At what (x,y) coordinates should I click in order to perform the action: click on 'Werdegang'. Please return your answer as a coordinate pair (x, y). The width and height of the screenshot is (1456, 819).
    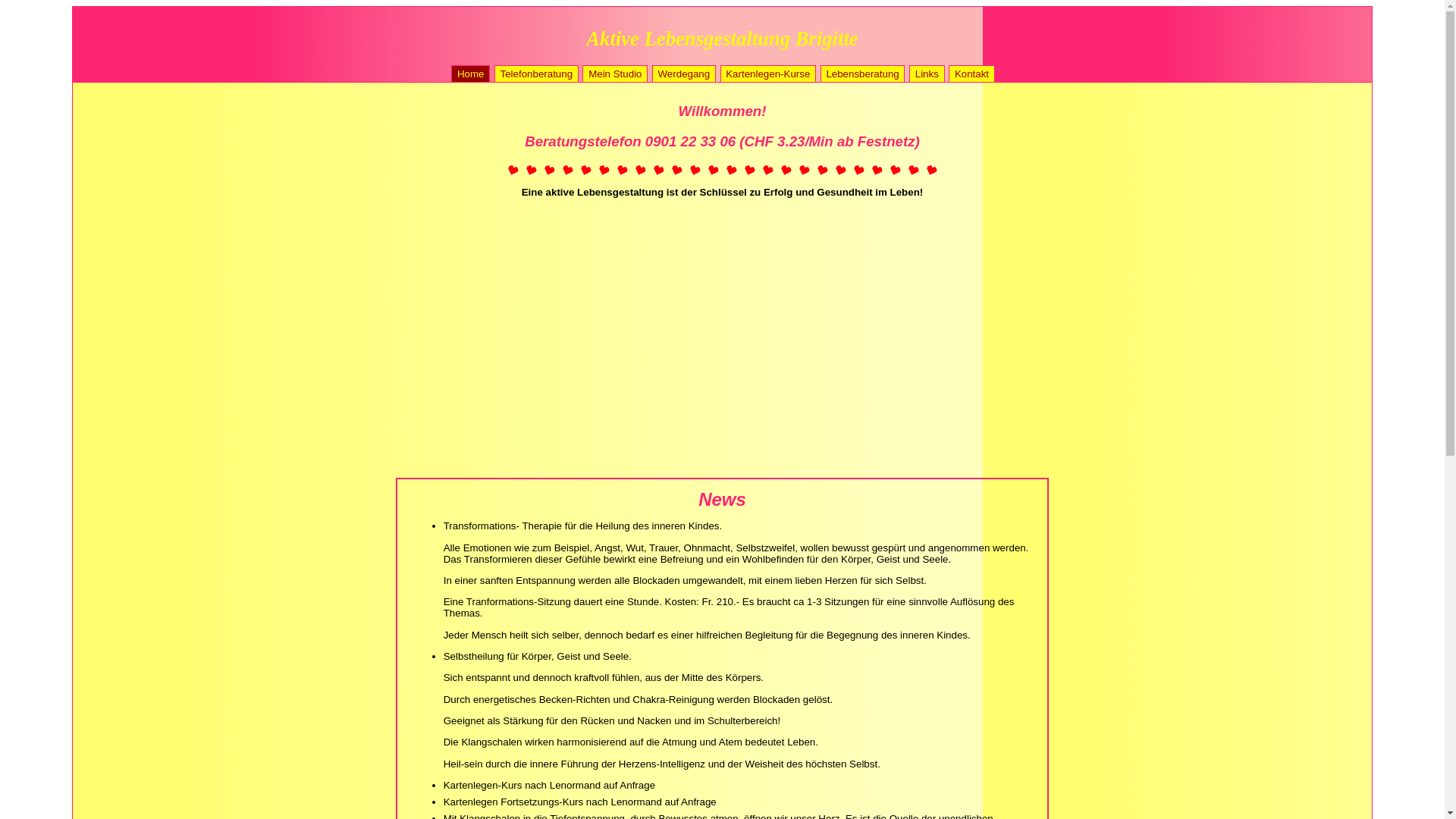
    Looking at the image, I should click on (683, 73).